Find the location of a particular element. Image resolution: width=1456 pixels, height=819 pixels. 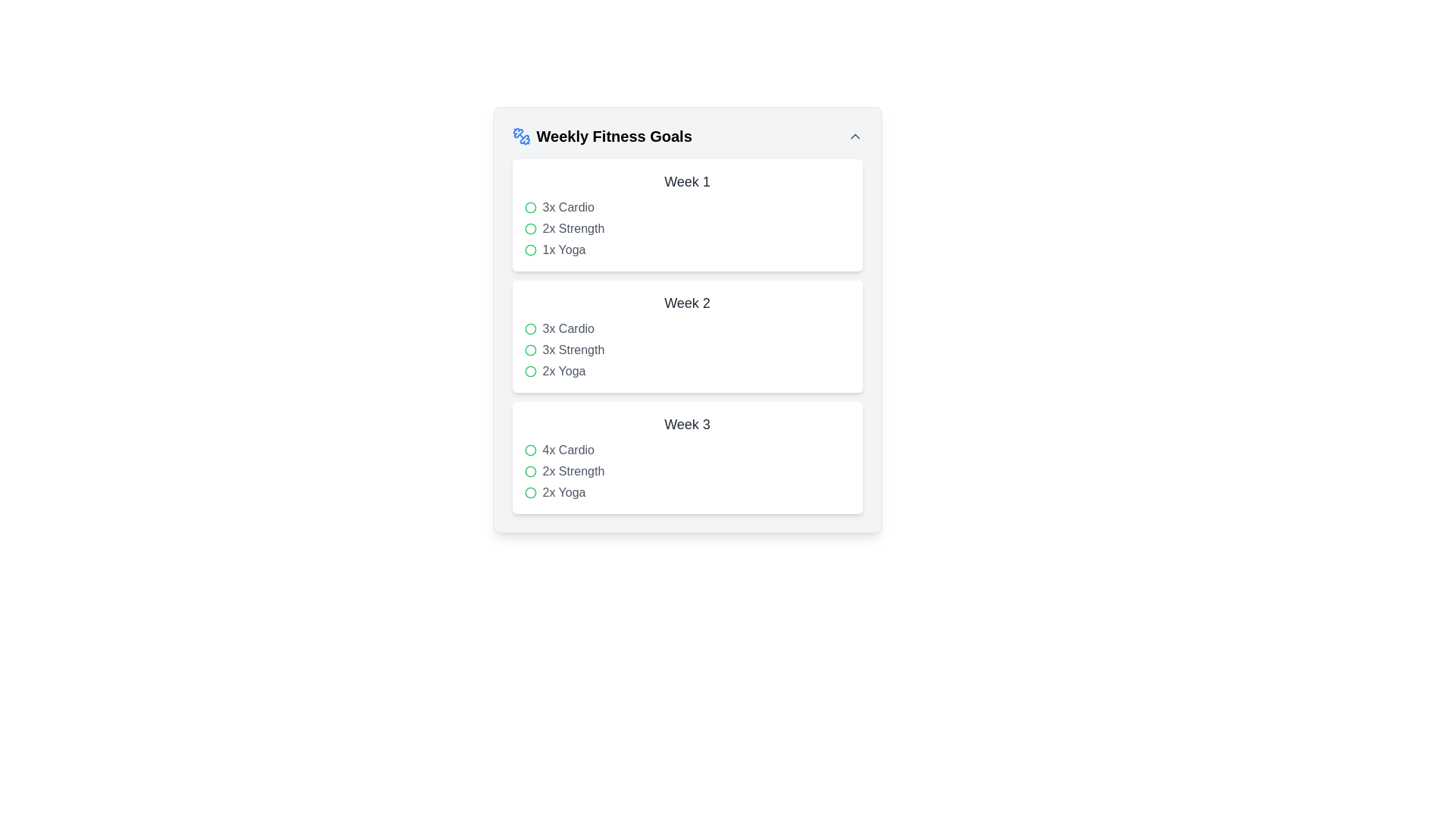

the status of the third circular icon with a green border and red fill located near the '1x Yoga' label in the 'Week 1' section of the 'Weekly Fitness Goals' interface is located at coordinates (530, 249).